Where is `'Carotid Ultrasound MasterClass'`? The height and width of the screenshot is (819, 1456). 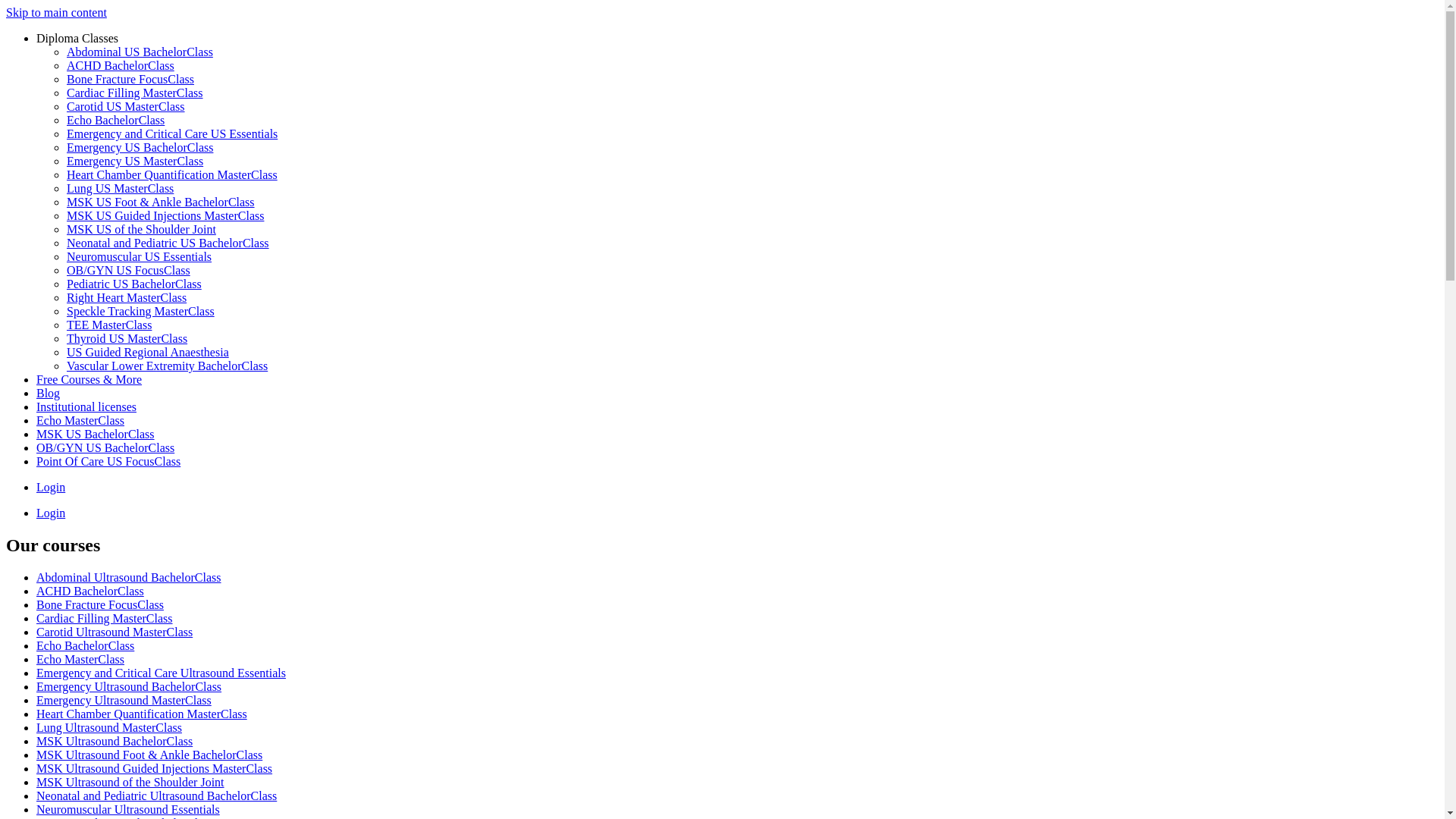
'Carotid Ultrasound MasterClass' is located at coordinates (113, 632).